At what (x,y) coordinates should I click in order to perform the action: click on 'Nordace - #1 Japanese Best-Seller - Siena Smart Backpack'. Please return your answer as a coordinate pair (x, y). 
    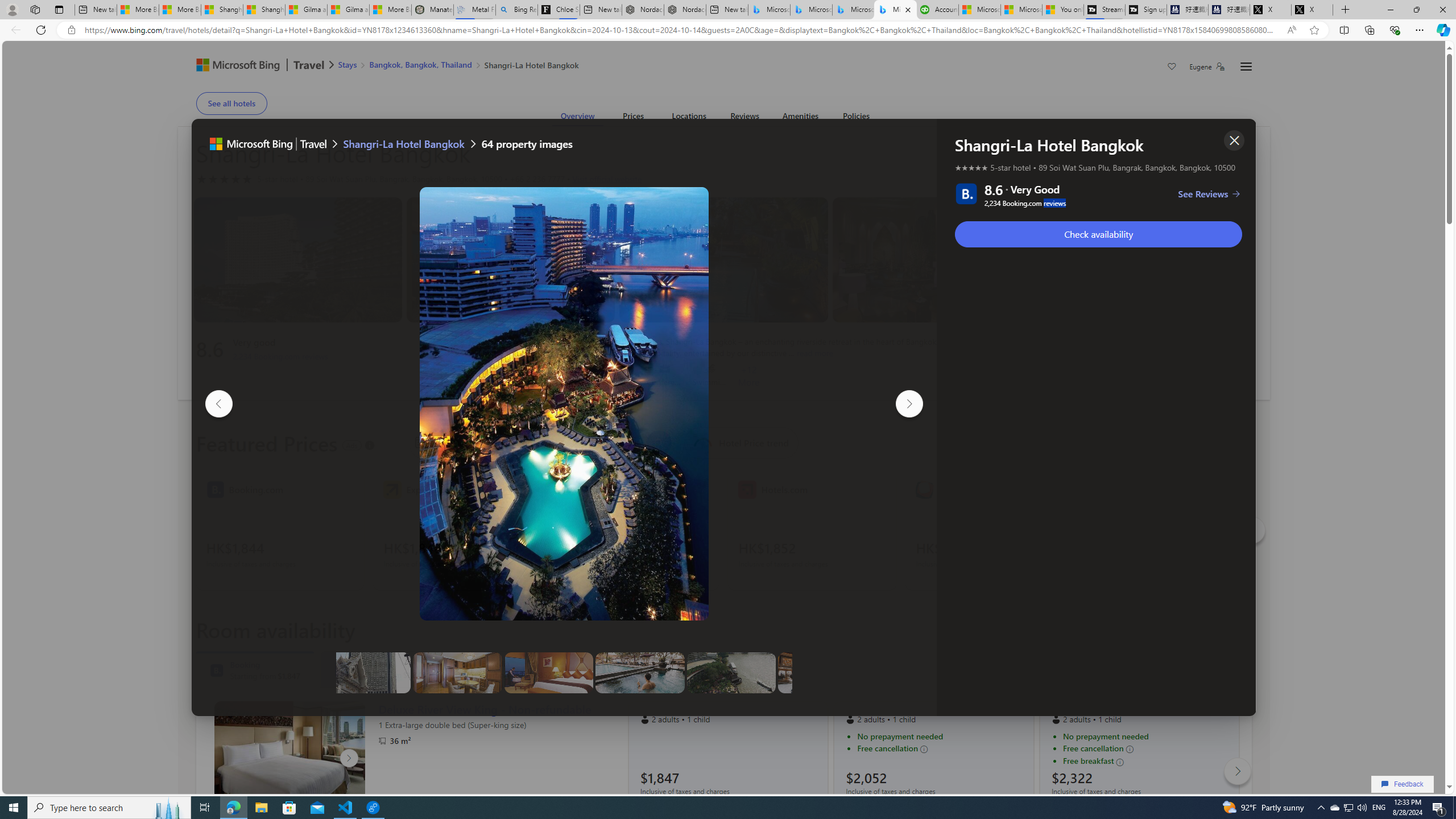
    Looking at the image, I should click on (684, 9).